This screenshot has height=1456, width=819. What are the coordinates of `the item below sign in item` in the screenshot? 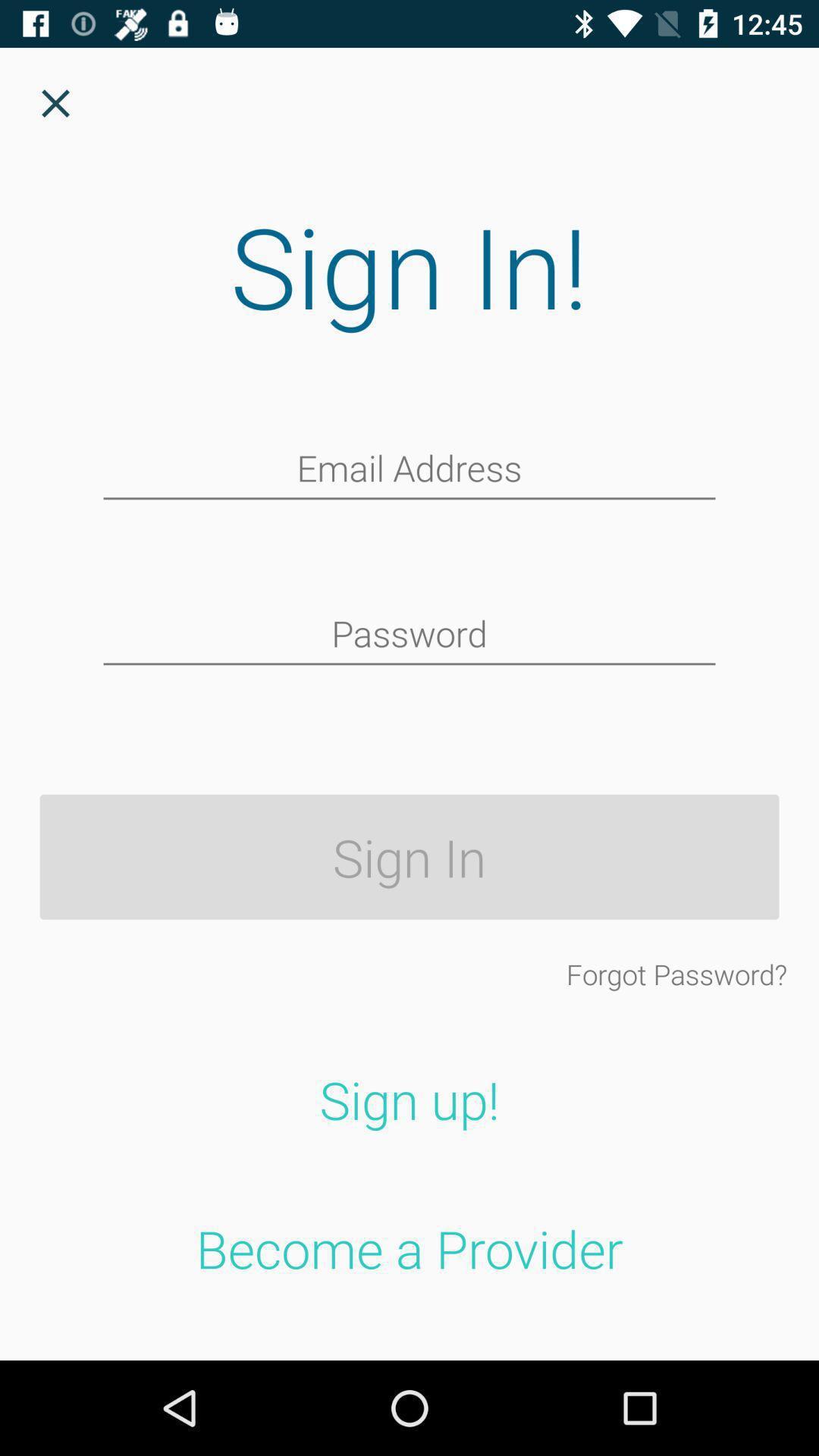 It's located at (676, 974).